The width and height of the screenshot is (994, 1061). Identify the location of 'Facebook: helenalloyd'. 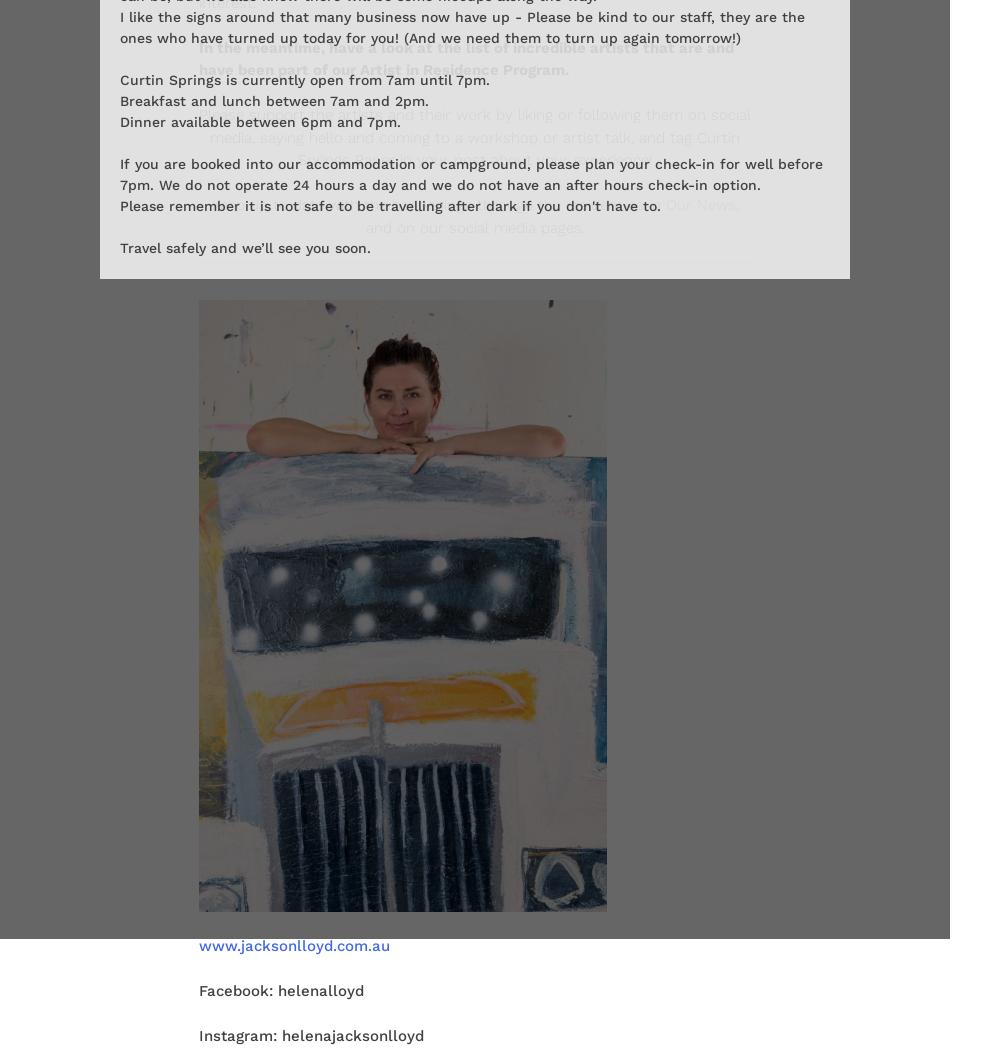
(280, 989).